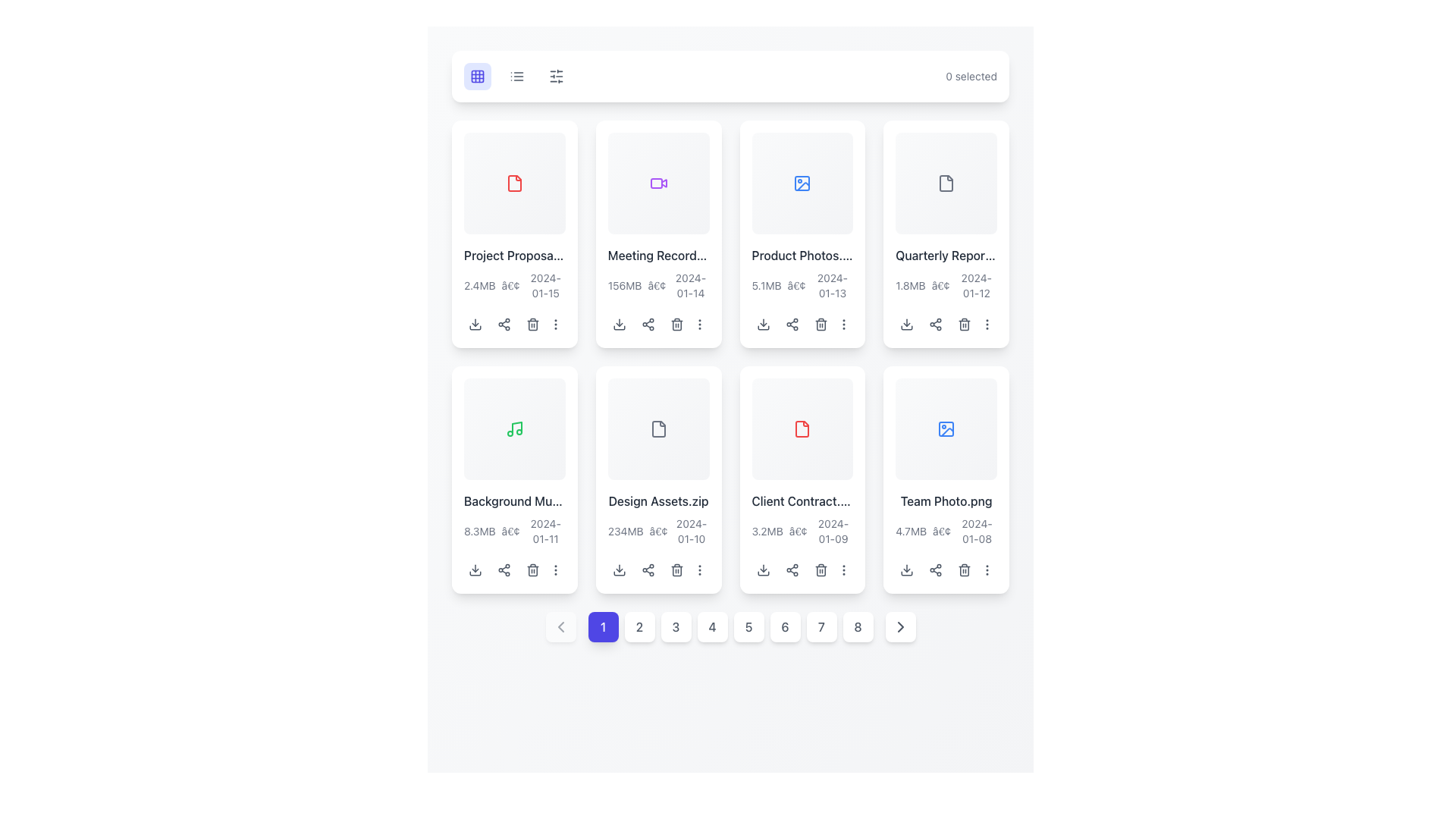 The height and width of the screenshot is (819, 1456). Describe the element at coordinates (475, 570) in the screenshot. I see `the download icon button, which is a simple black outlined SVG depicting a downward arrow, located in the bottom-left section of the card for 'Background Music'` at that location.